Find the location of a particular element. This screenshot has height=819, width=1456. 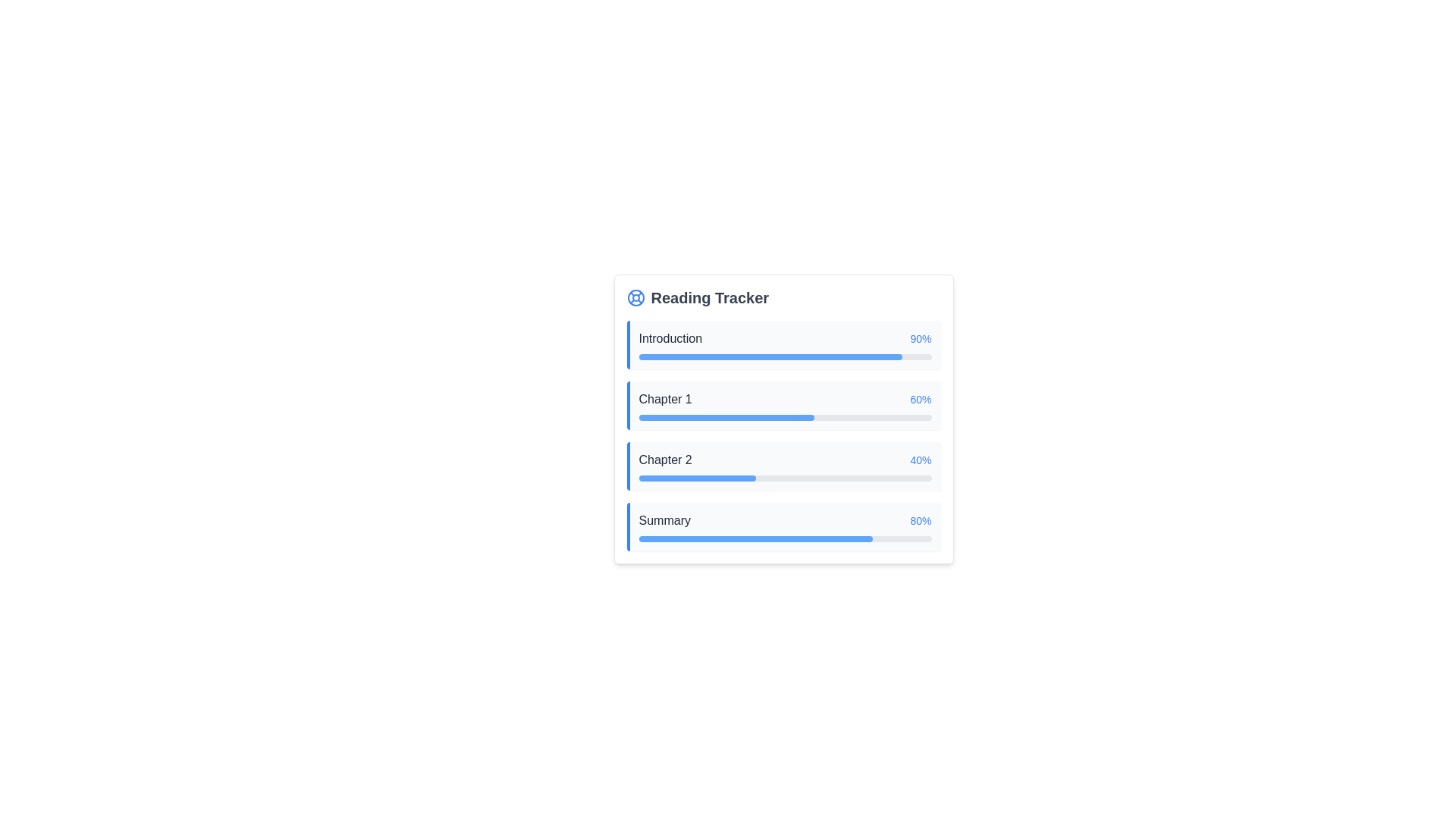

the text label displaying '80%' styled in blue color, located to the right of the 'Summary' label is located at coordinates (920, 519).